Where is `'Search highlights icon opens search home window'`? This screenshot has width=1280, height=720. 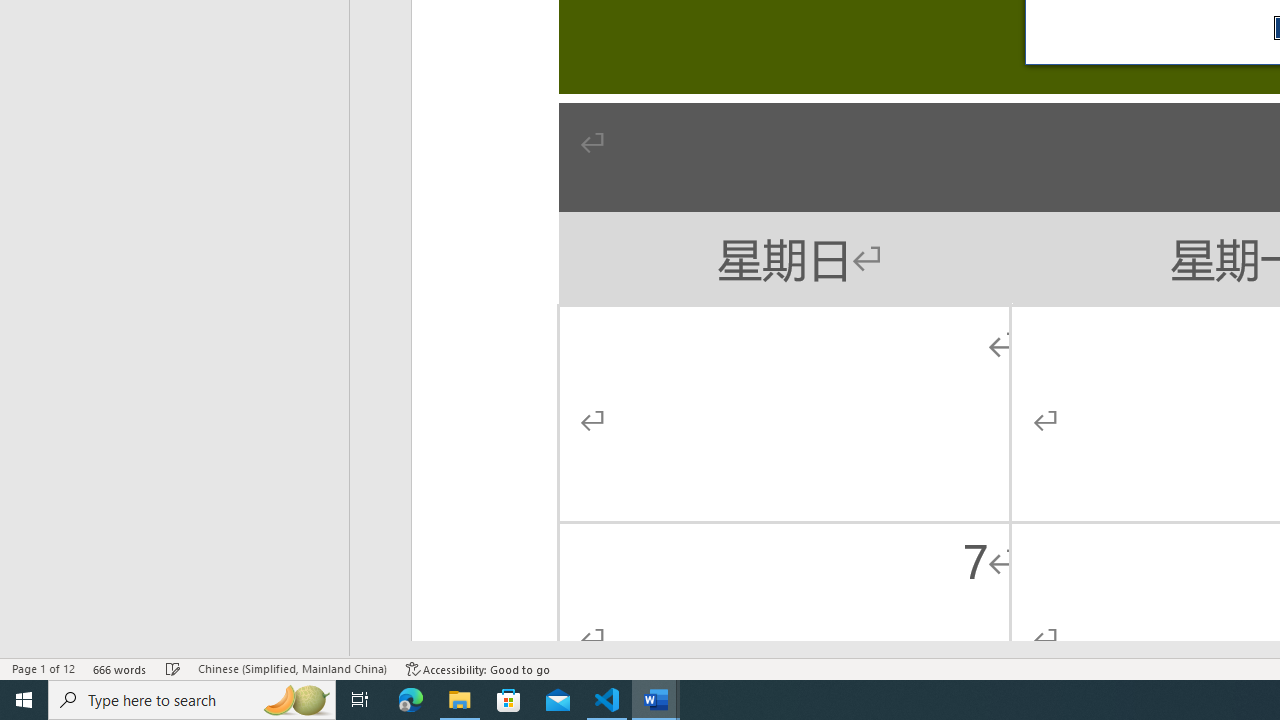
'Search highlights icon opens search home window' is located at coordinates (294, 698).